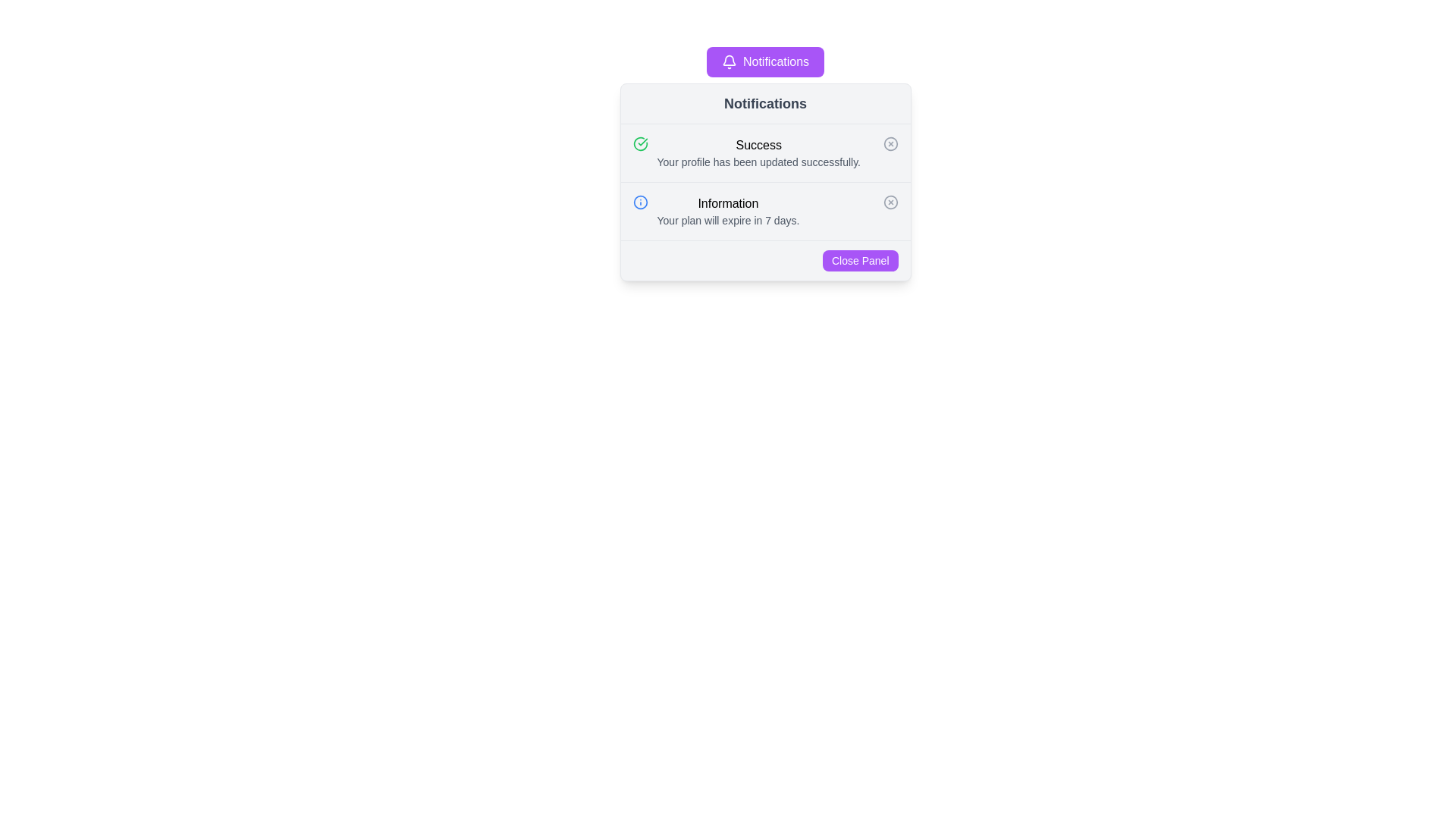 The height and width of the screenshot is (819, 1456). What do you see at coordinates (890, 201) in the screenshot?
I see `the dismiss button located in the top-right corner of the second notification titled 'Information: Your plan will expire in 7 days'` at bounding box center [890, 201].